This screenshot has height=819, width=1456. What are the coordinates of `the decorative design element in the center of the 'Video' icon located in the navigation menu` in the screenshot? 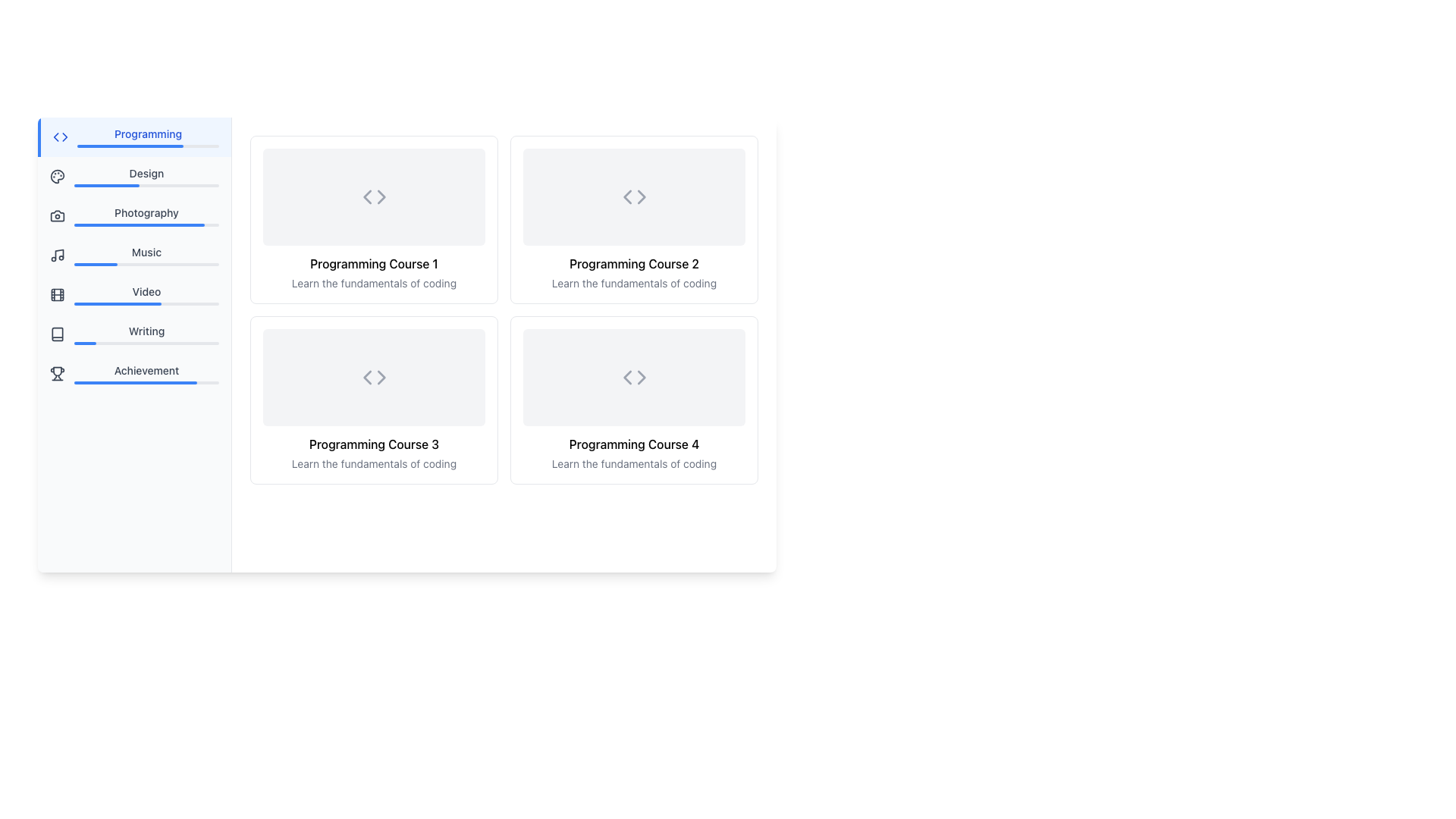 It's located at (58, 295).